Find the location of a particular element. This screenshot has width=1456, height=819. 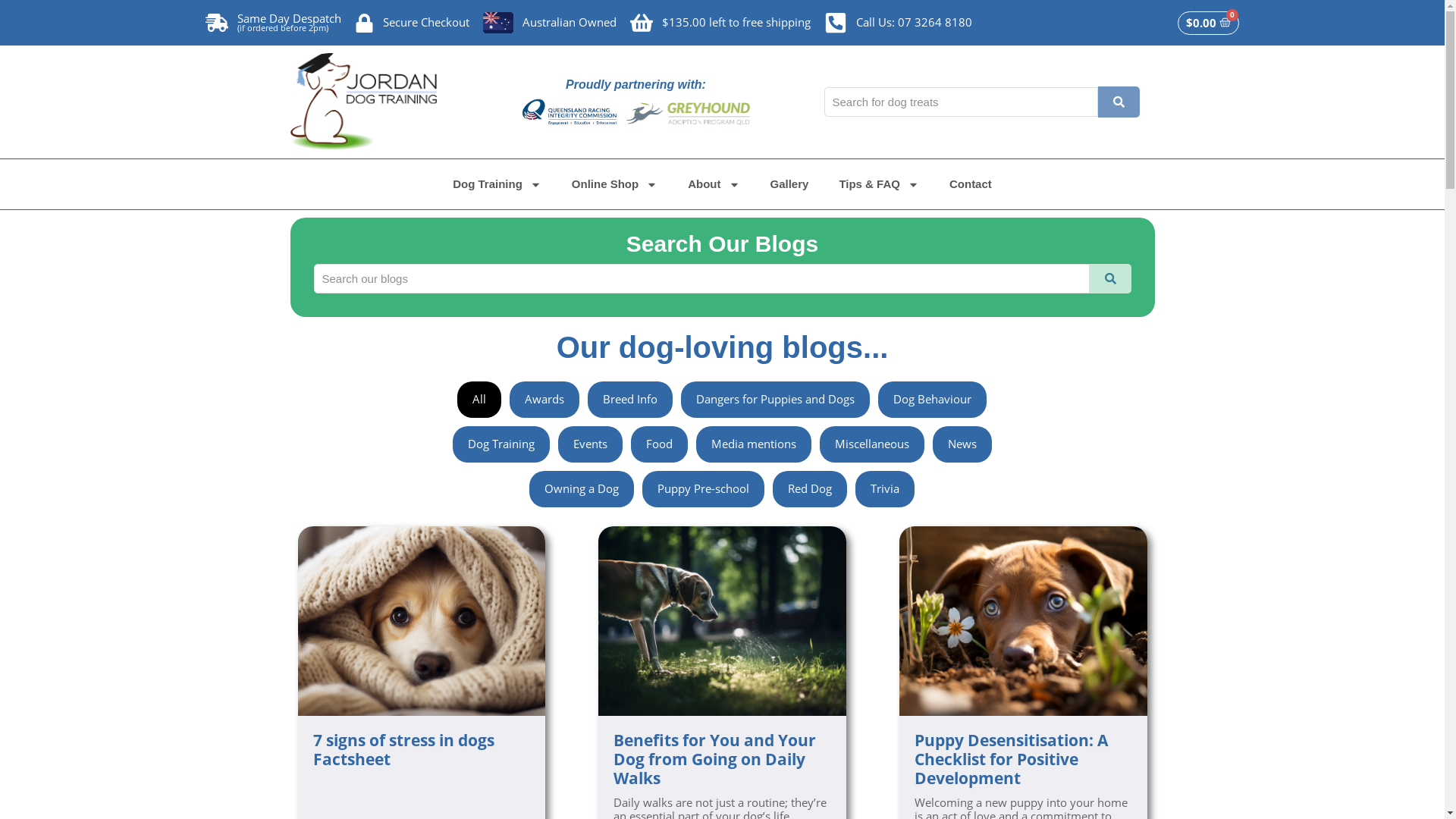

'News' is located at coordinates (961, 444).